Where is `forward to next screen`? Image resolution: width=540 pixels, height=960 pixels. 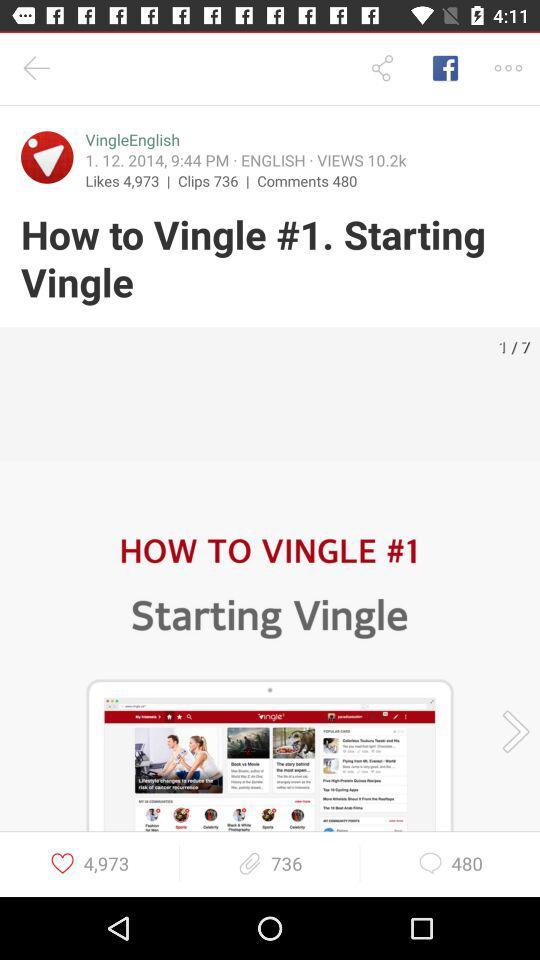 forward to next screen is located at coordinates (509, 730).